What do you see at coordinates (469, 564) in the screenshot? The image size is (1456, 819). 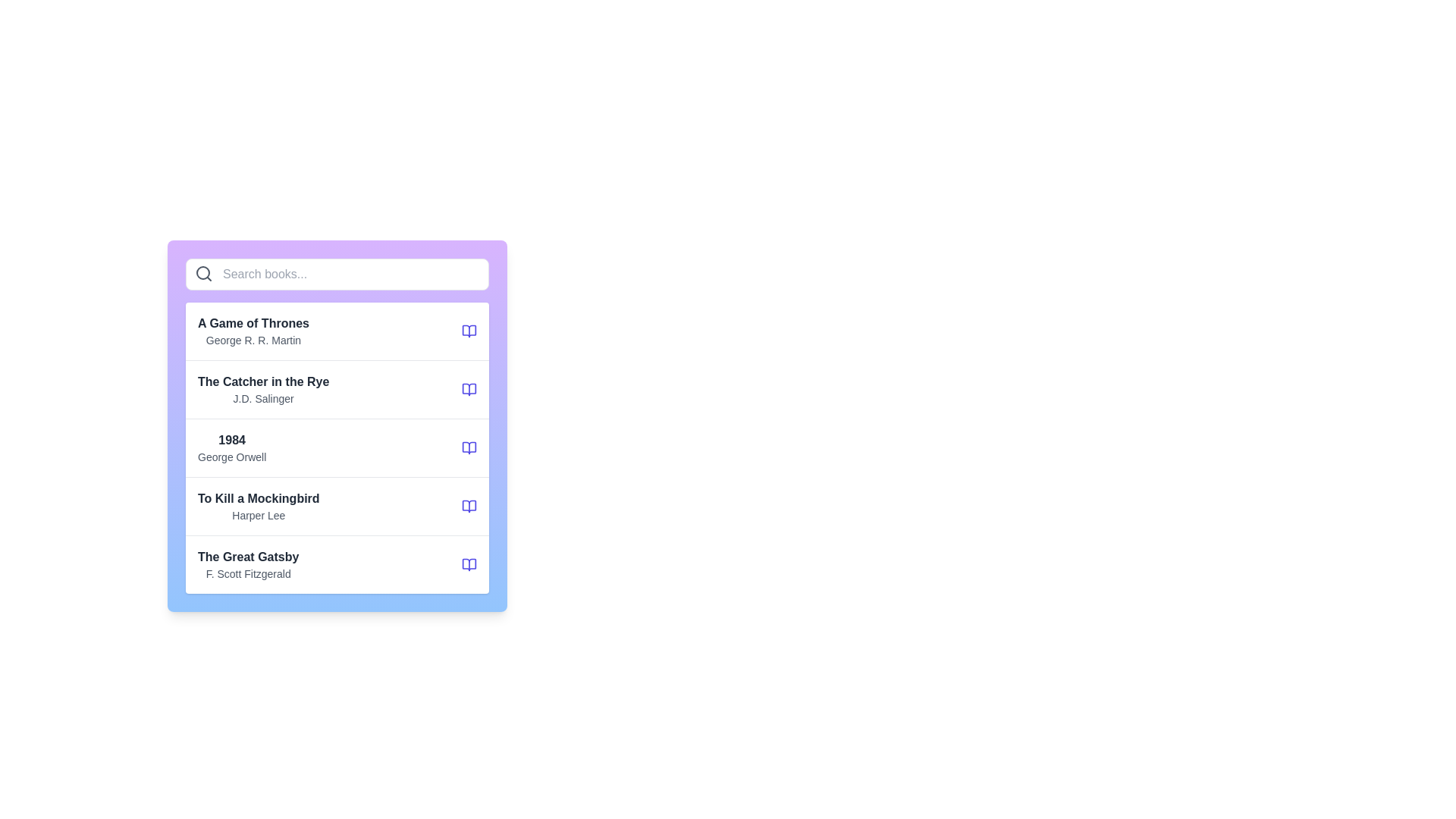 I see `the book entry icon located on the right side of the list item displaying 'The Great Gatsby F. Scott Fitzgerald'` at bounding box center [469, 564].